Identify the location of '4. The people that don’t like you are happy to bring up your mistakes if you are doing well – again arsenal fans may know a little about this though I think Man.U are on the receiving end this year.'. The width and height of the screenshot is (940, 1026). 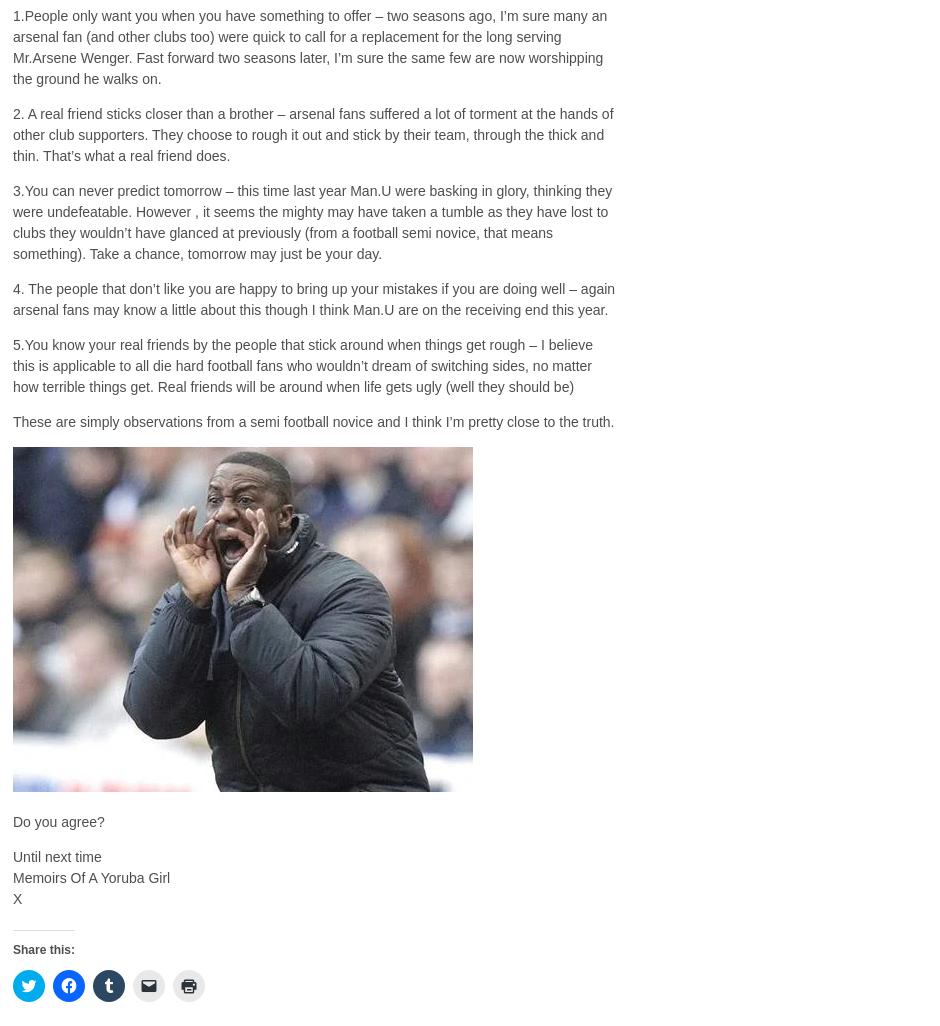
(12, 297).